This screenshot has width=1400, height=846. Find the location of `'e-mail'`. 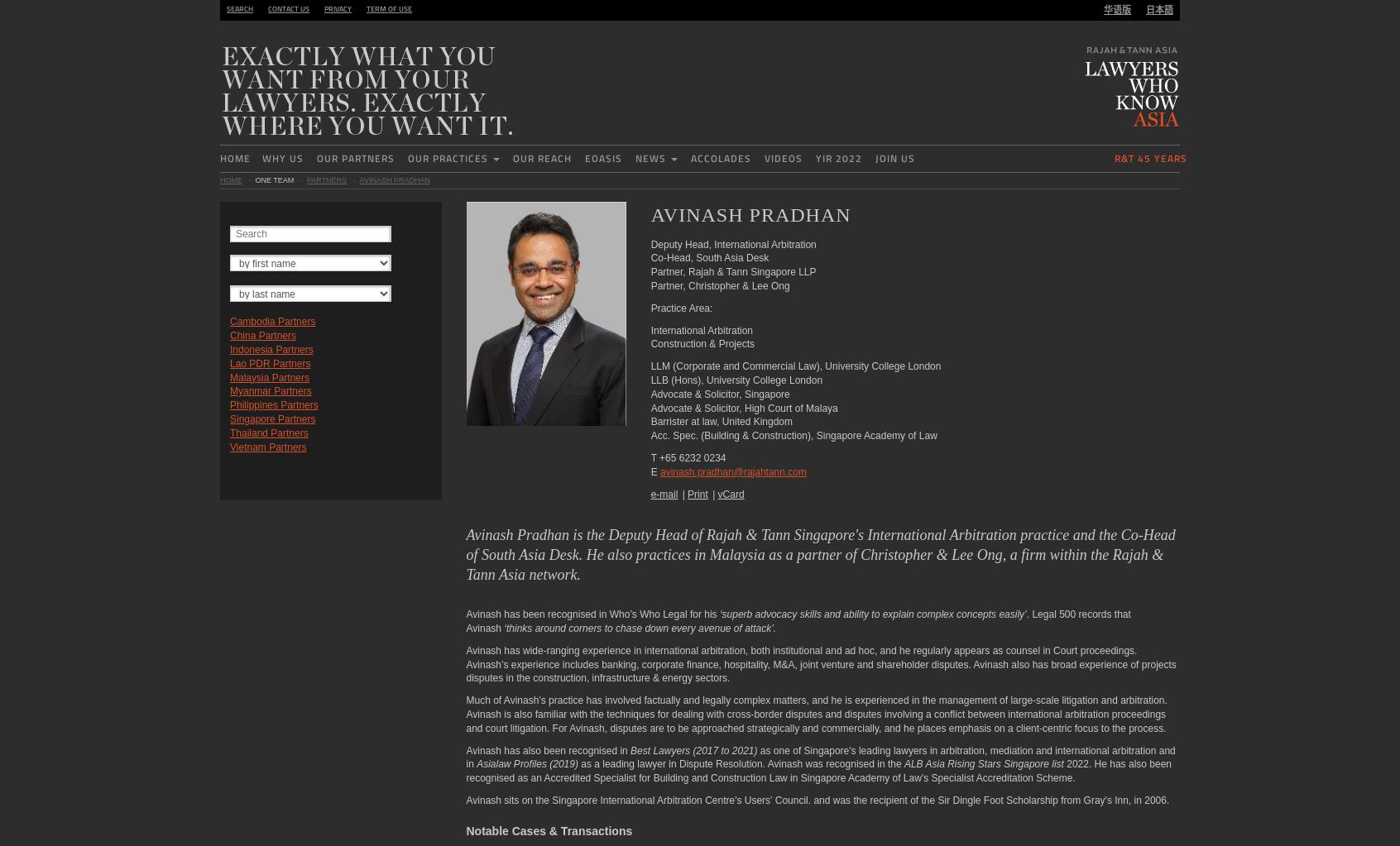

'e-mail' is located at coordinates (664, 493).